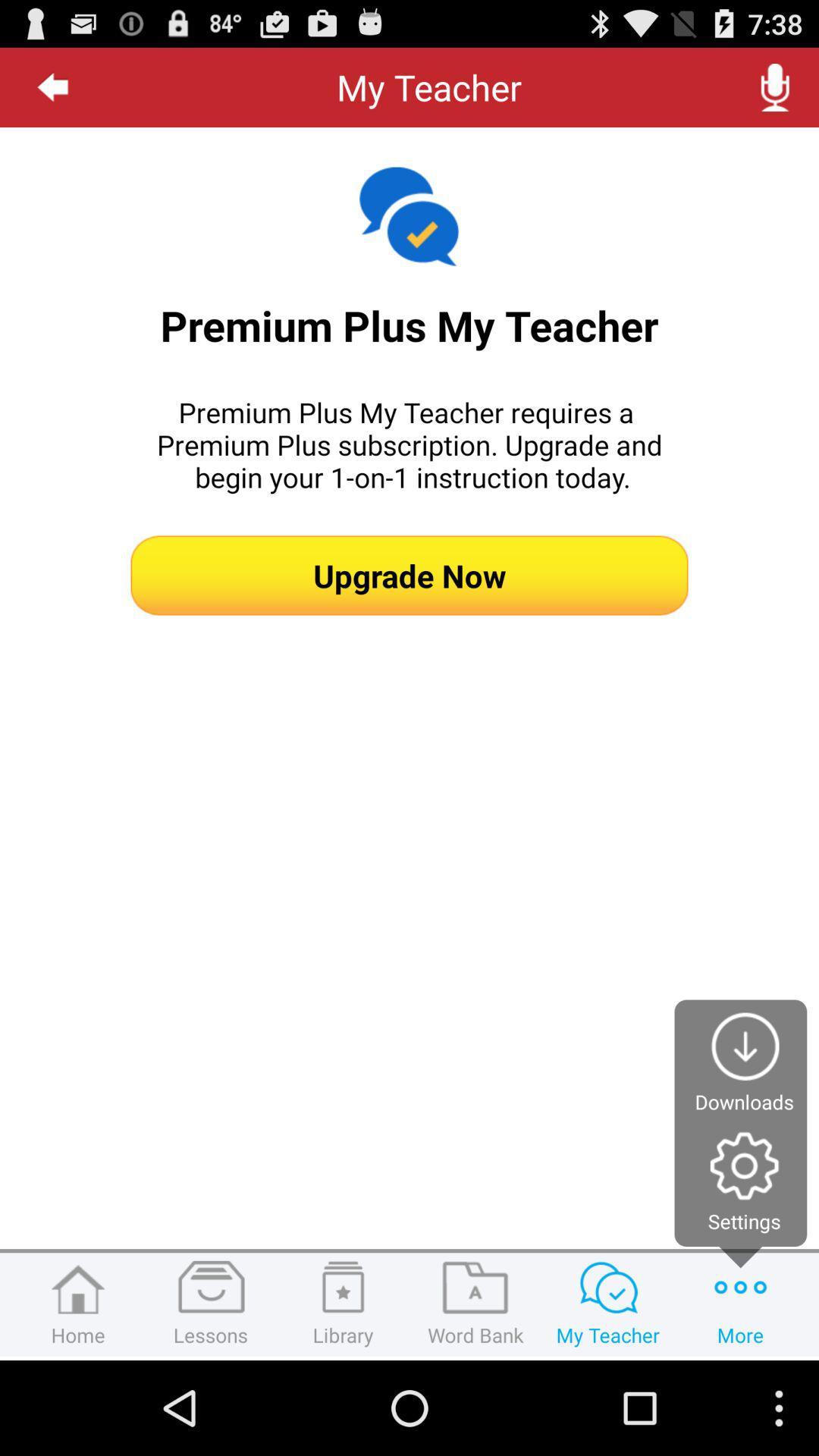  What do you see at coordinates (775, 86) in the screenshot?
I see `item next to the my teacher` at bounding box center [775, 86].